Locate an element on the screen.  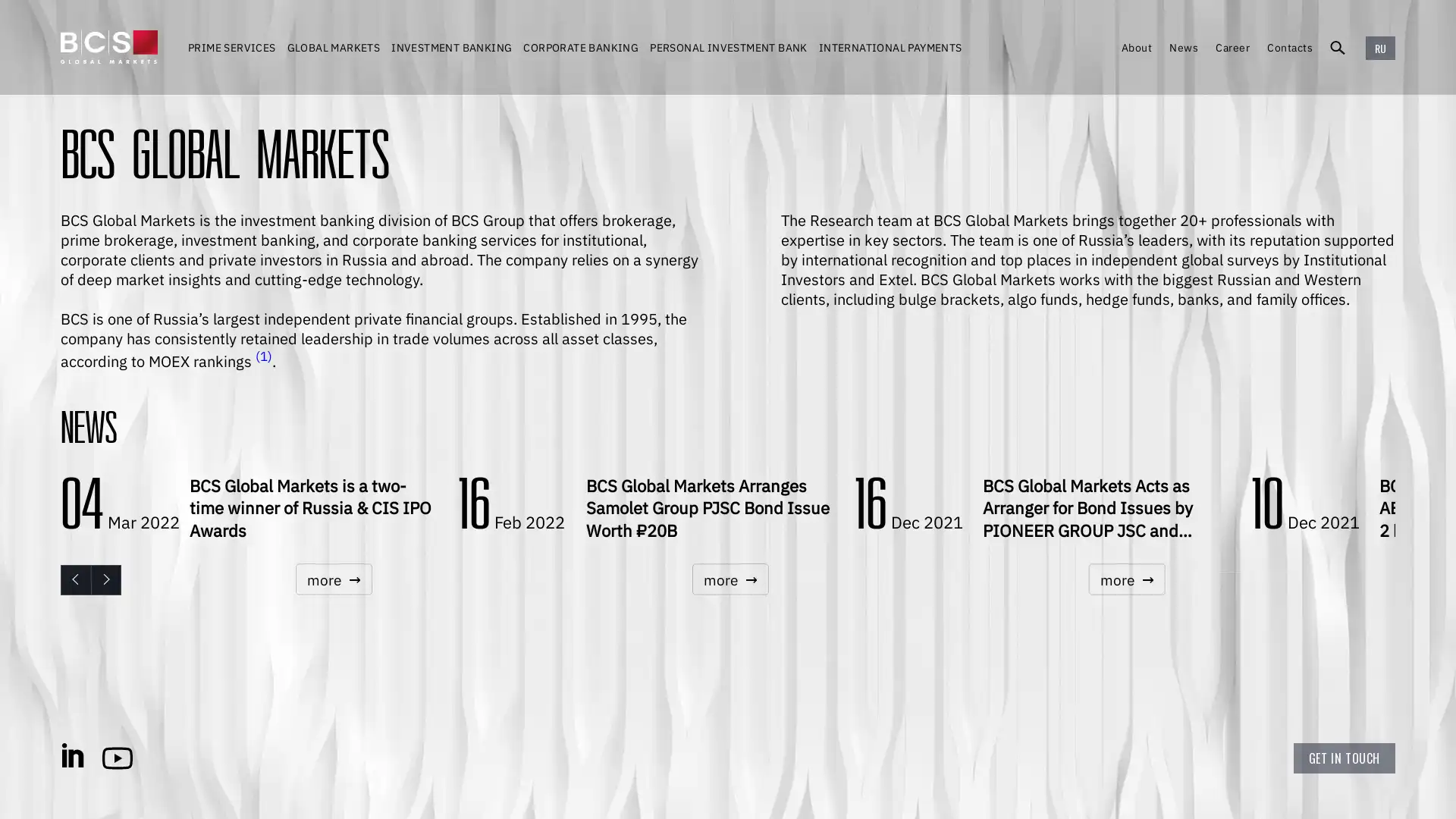
GET IN TOUCH is located at coordinates (1344, 758).